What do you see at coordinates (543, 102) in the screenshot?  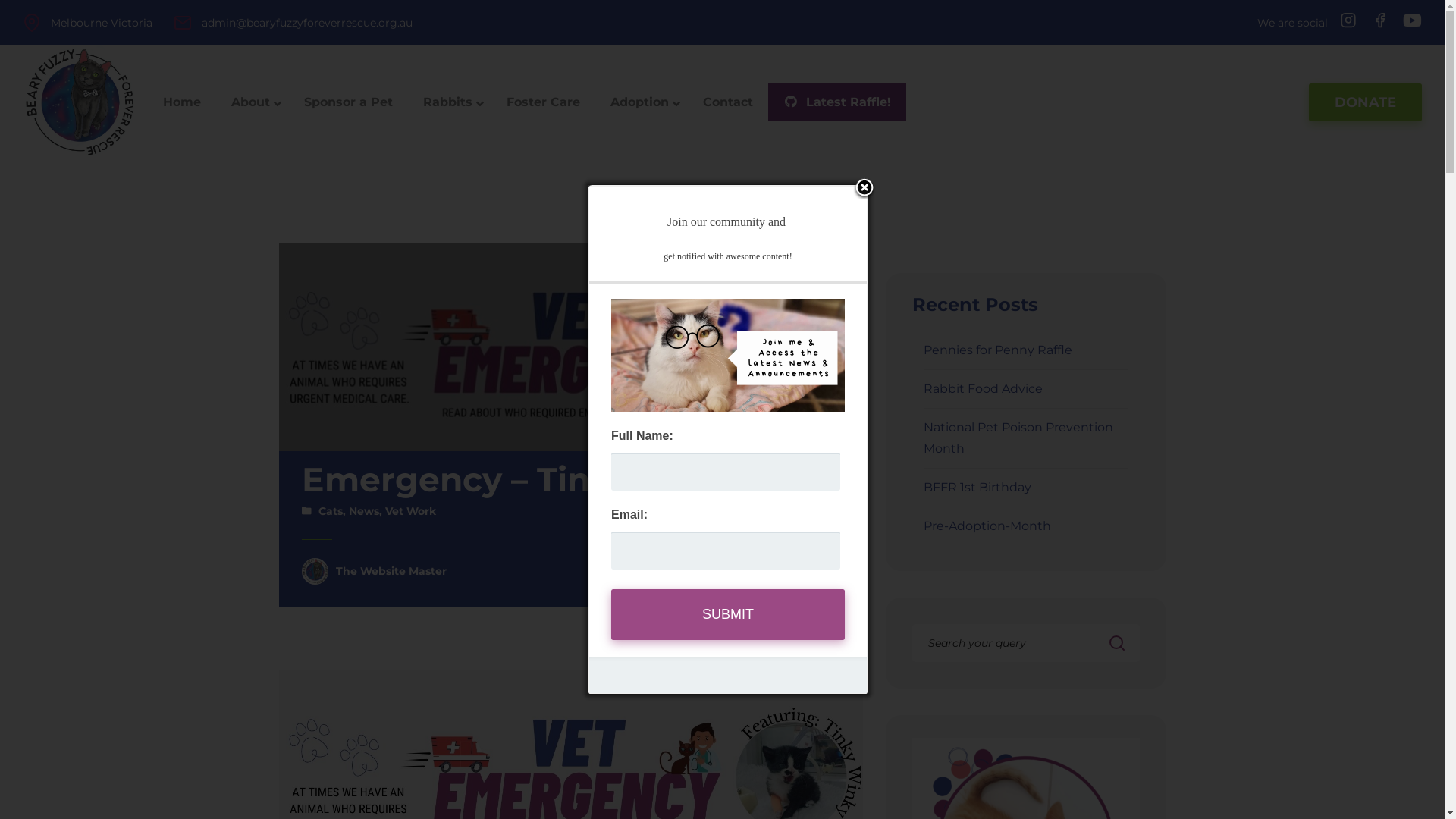 I see `'Foster Care'` at bounding box center [543, 102].